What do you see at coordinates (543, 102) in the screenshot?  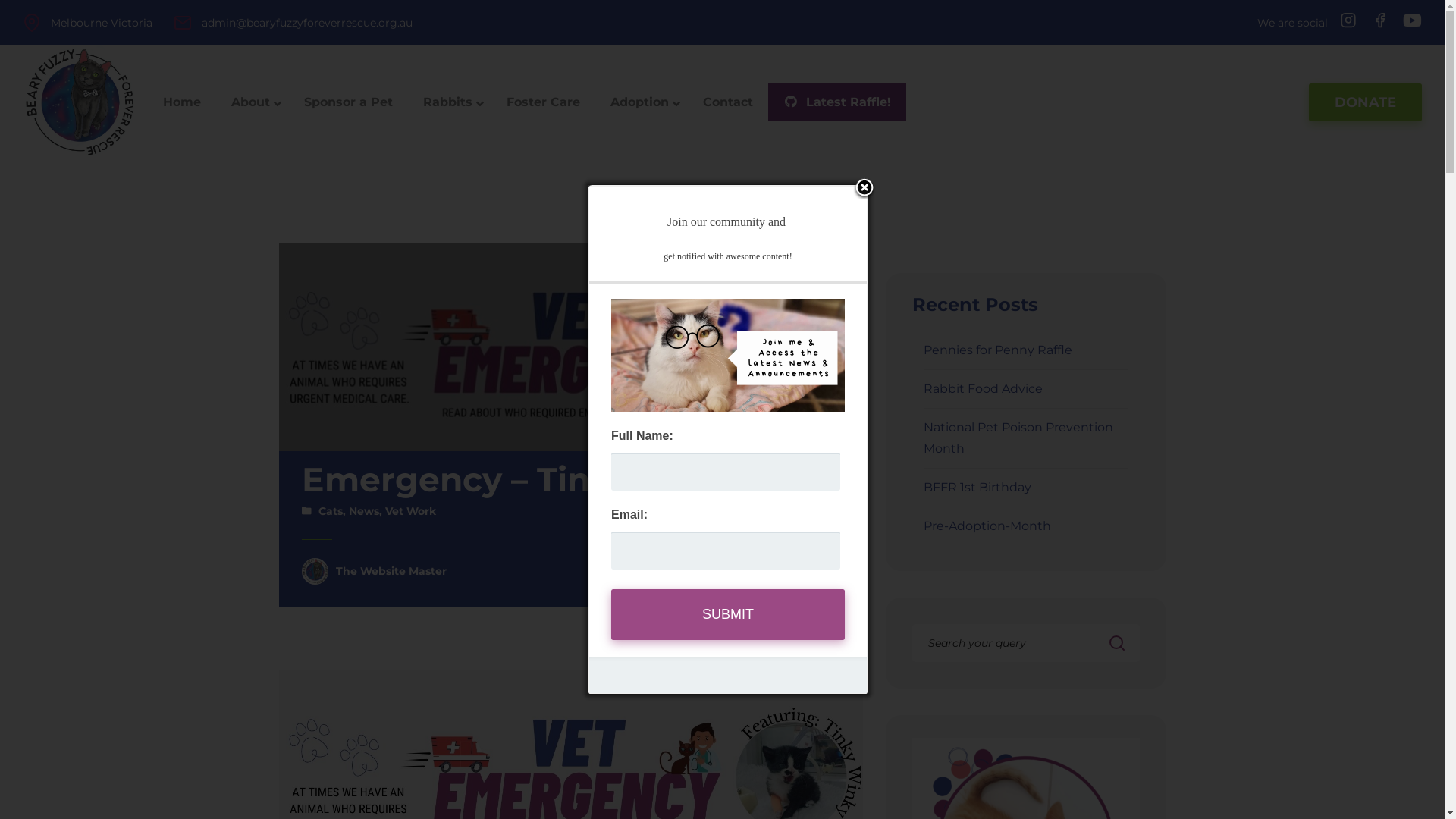 I see `'Foster Care'` at bounding box center [543, 102].